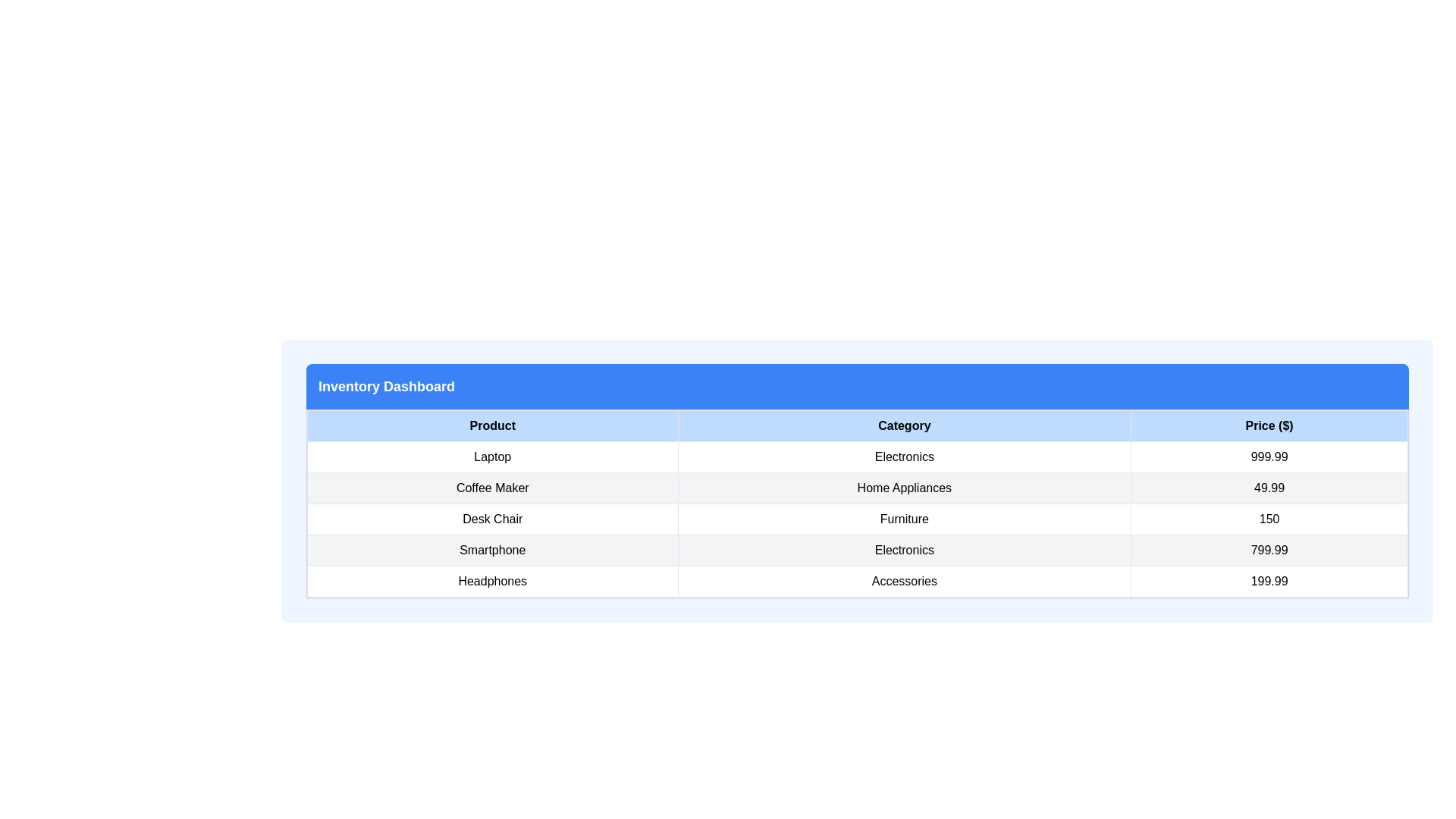 This screenshot has height=819, width=1456. What do you see at coordinates (1269, 550) in the screenshot?
I see `the static text displaying '799.99' in black font, located in the third column of the 'Smartphone' row under the 'Price ($)' column` at bounding box center [1269, 550].